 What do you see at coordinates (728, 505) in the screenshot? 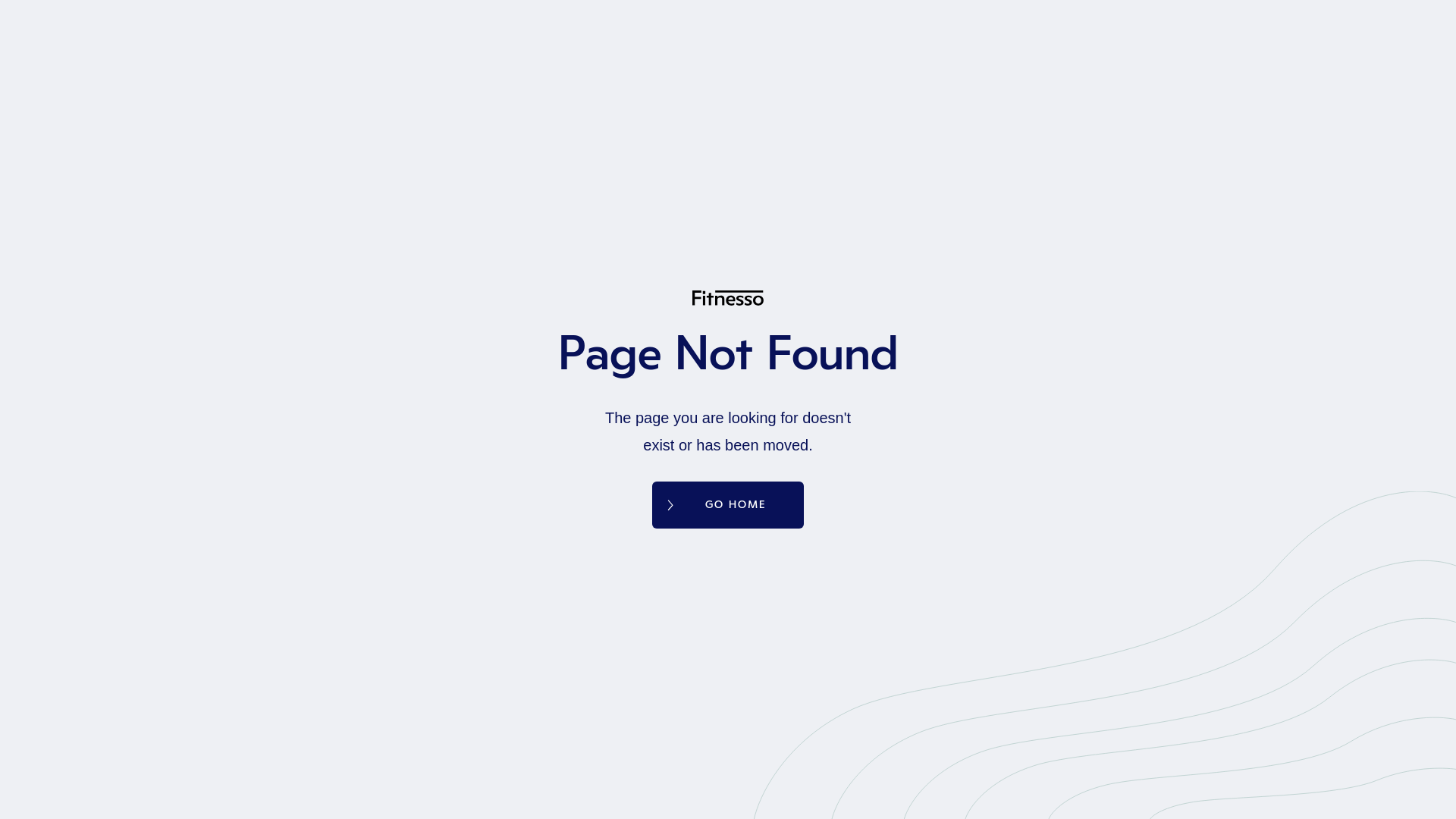
I see `'GO HOME'` at bounding box center [728, 505].